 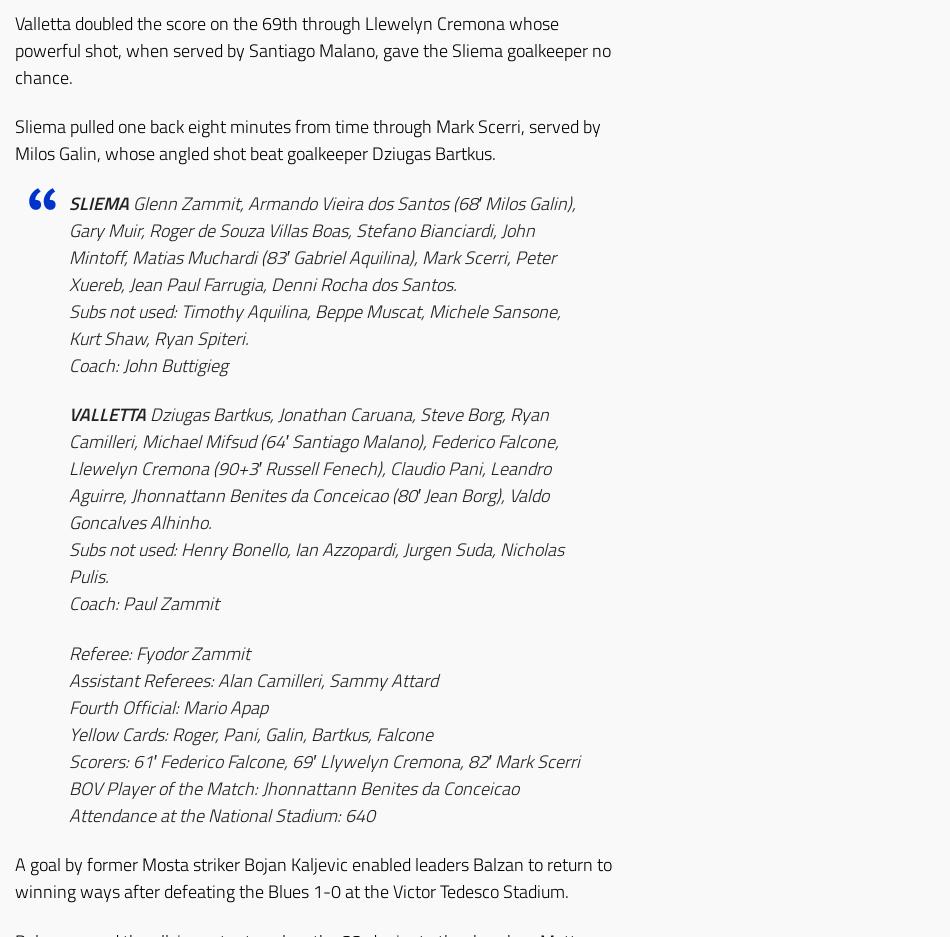 I want to click on 'Assistant Referees: Alan Camilleri, Sammy Attard', so click(x=252, y=678).